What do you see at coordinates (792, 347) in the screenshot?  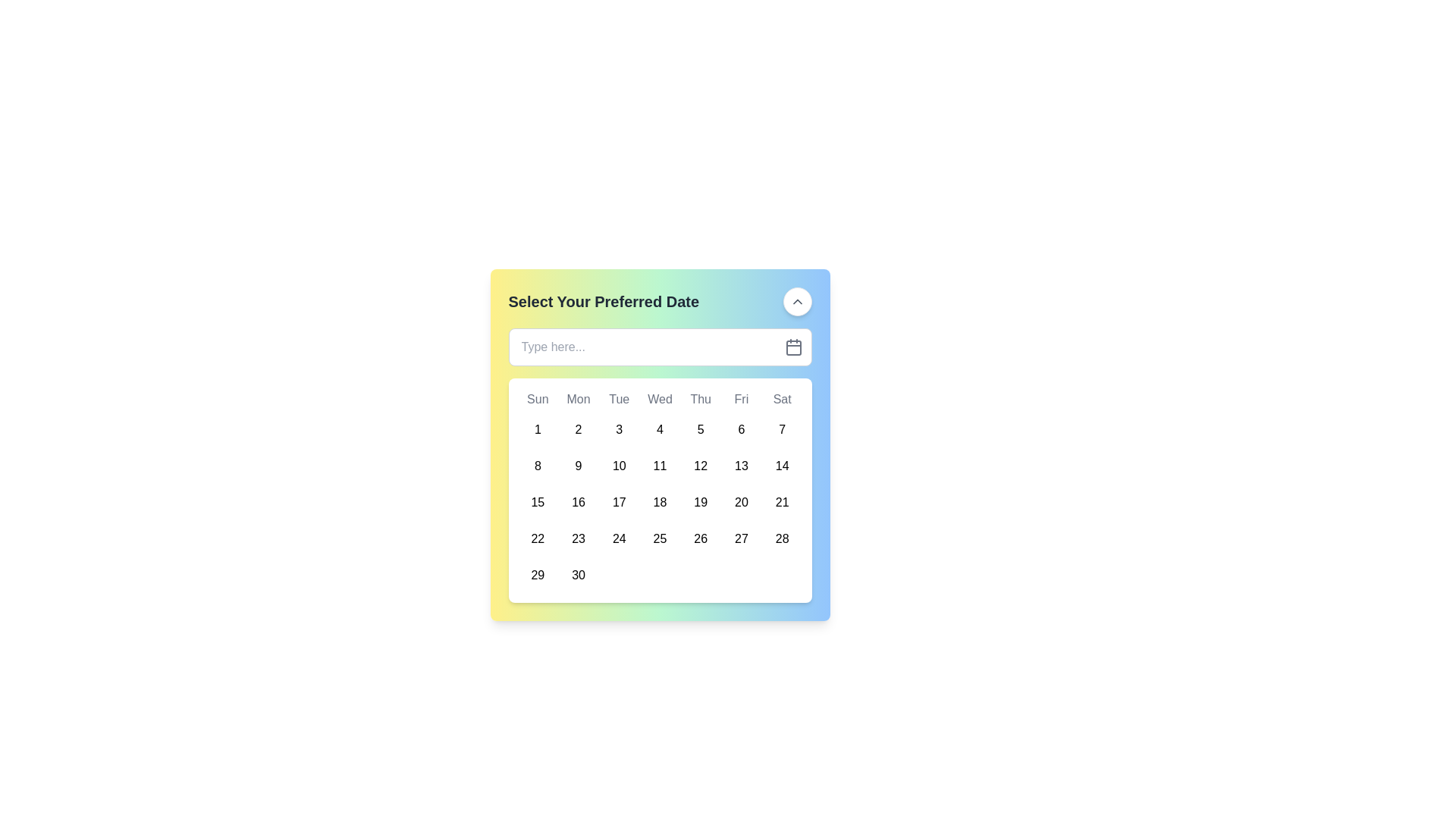 I see `the calendar icon button located on the far right side of the rectangular text input field` at bounding box center [792, 347].